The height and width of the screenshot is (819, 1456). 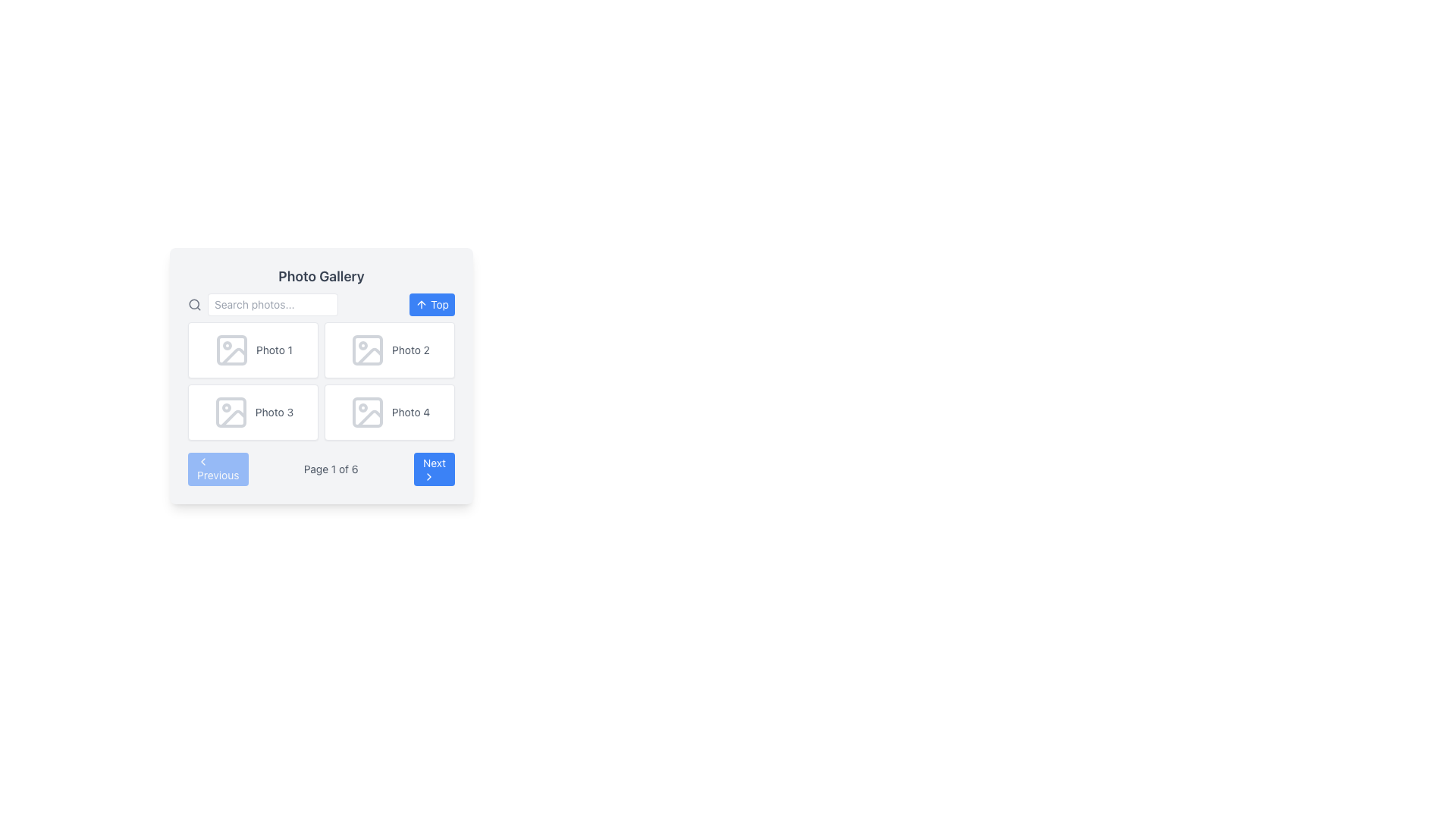 What do you see at coordinates (370, 356) in the screenshot?
I see `the decorative icon representing the photo placeholder for 'Photo 2' located at the bottom-right of the second card in the 2x2 grid of the 'Photo Gallery' section` at bounding box center [370, 356].